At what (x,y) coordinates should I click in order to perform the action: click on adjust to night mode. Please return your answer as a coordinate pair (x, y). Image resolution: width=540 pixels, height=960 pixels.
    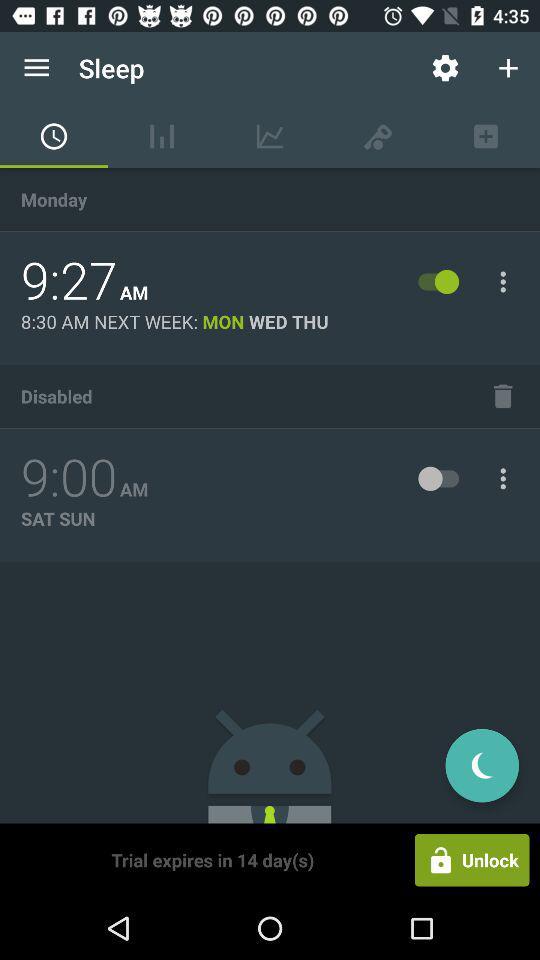
    Looking at the image, I should click on (481, 764).